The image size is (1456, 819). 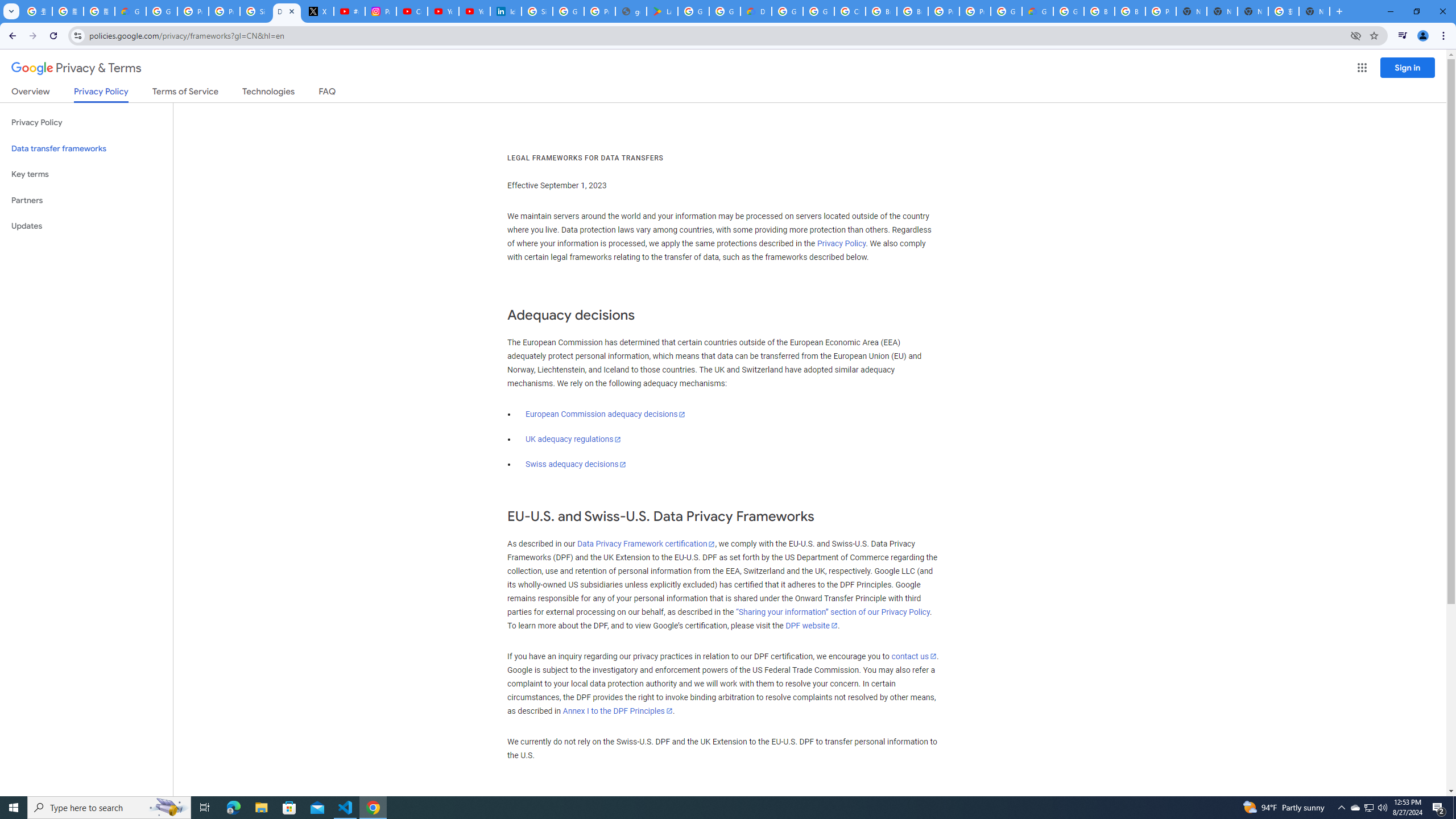 What do you see at coordinates (645, 543) in the screenshot?
I see `'Data Privacy Framework certification'` at bounding box center [645, 543].